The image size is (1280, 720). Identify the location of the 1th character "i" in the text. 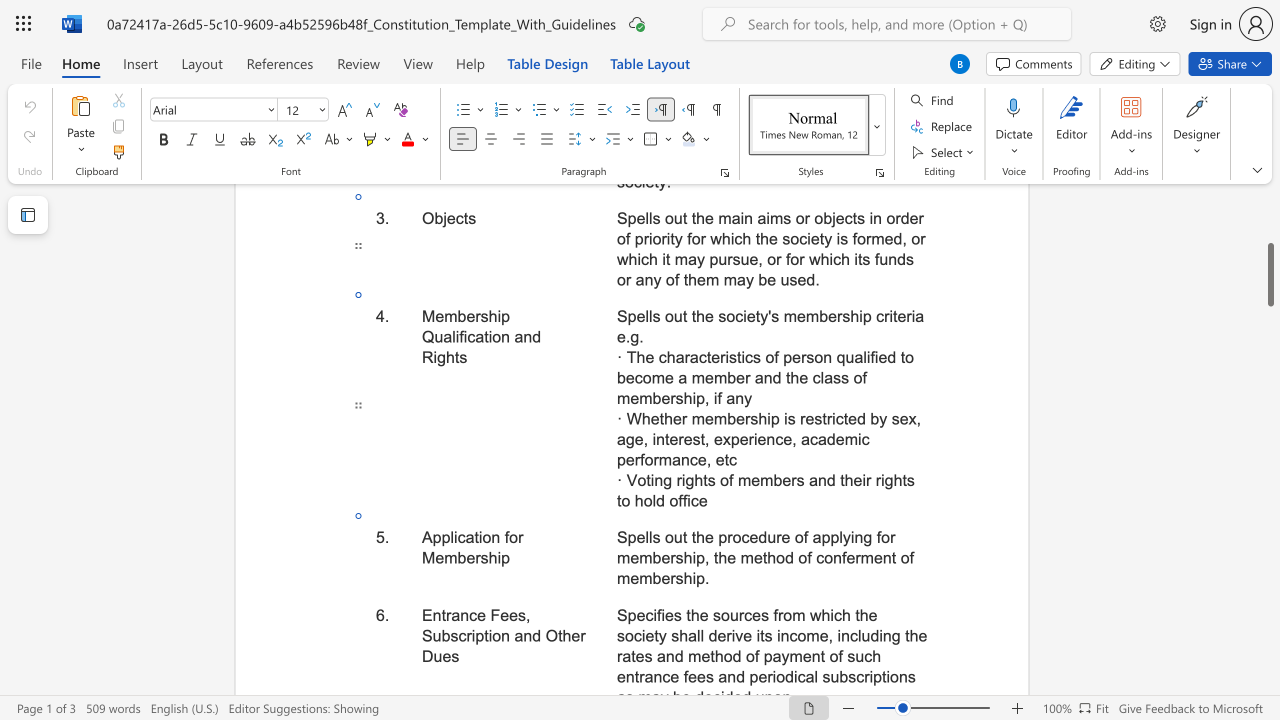
(852, 536).